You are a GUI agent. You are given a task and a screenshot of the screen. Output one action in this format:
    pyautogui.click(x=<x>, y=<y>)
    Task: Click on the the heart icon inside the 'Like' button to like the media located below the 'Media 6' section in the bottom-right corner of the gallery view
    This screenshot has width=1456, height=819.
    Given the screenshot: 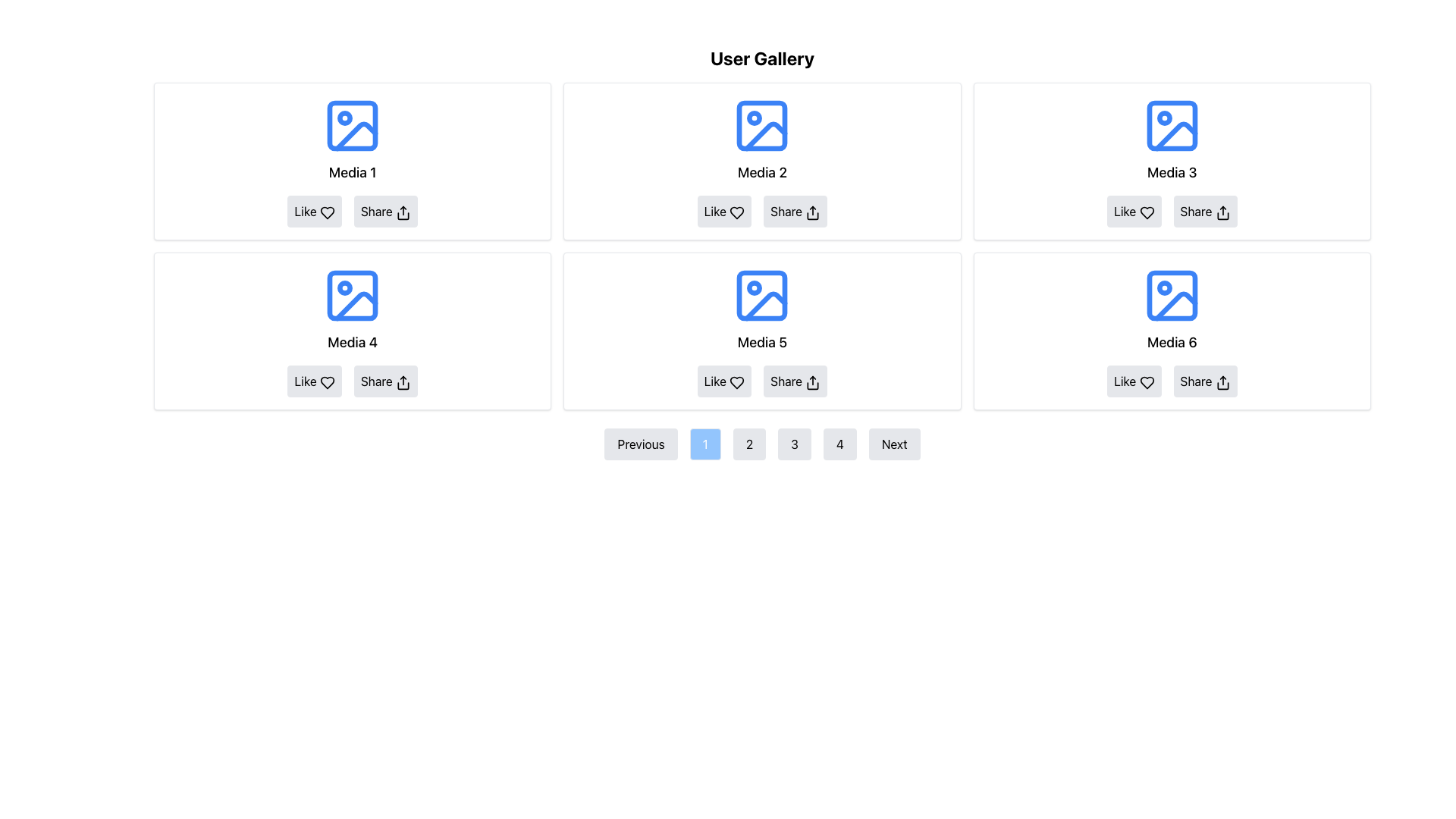 What is the action you would take?
    pyautogui.click(x=1147, y=381)
    